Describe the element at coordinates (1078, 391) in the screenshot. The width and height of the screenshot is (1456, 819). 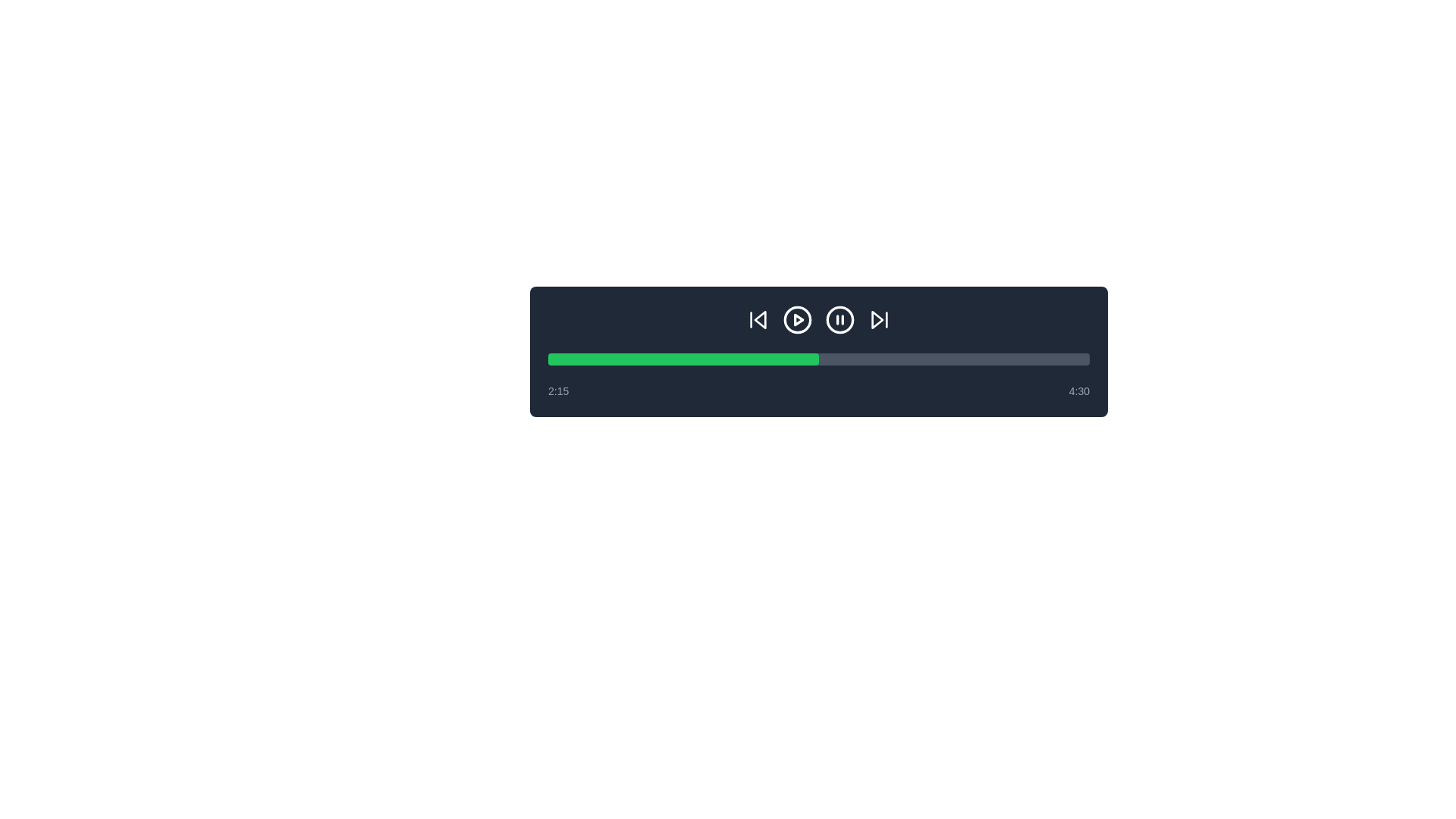
I see `the text label displaying '4:30' in gray color, located at the bottom right of the progress bar` at that location.